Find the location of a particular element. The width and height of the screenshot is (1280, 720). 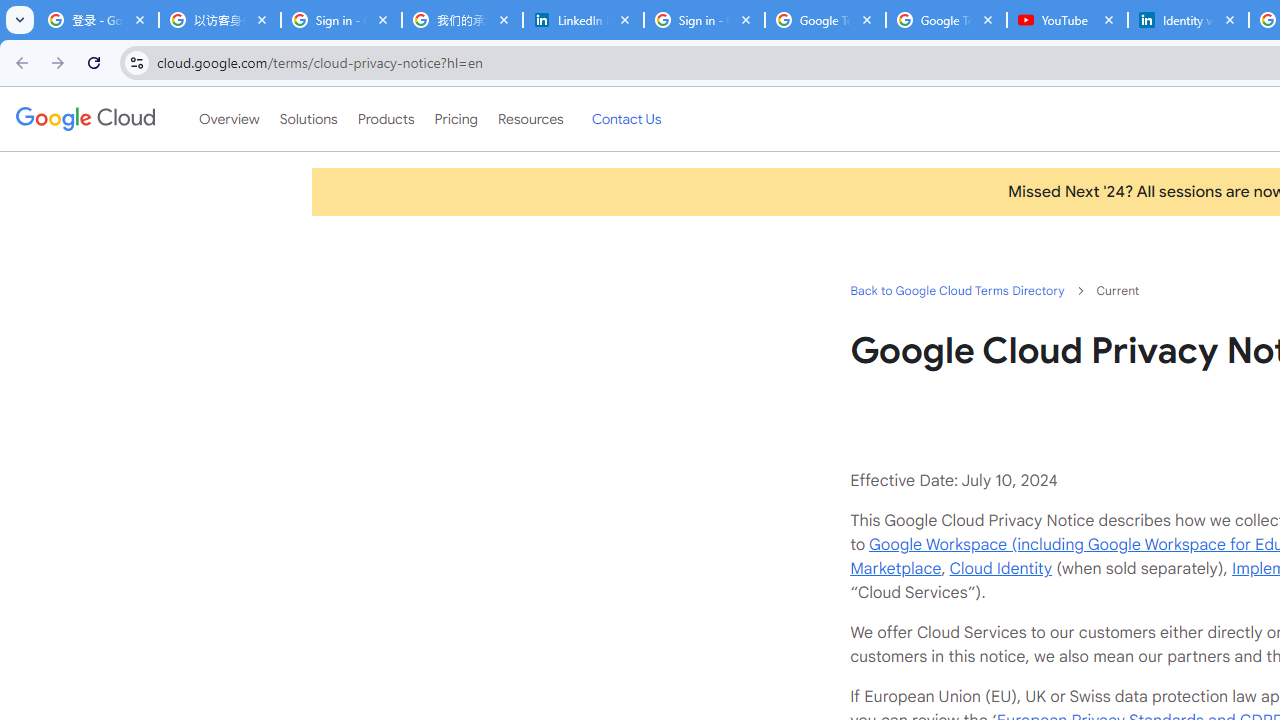

'LinkedIn Privacy Policy' is located at coordinates (582, 20).